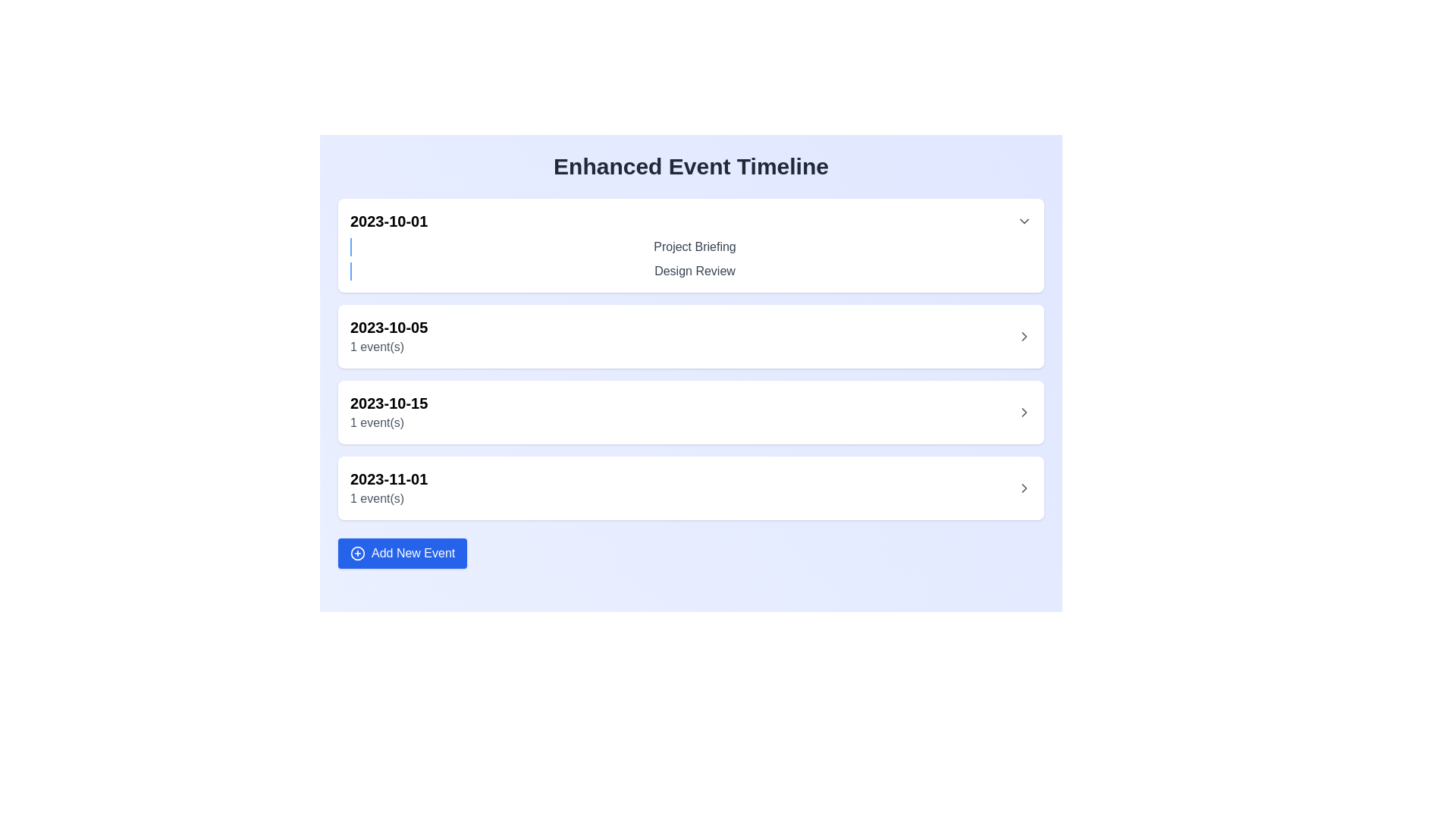  Describe the element at coordinates (403, 553) in the screenshot. I see `the rectangular button with a blue background and white text 'Add New Event'` at that location.